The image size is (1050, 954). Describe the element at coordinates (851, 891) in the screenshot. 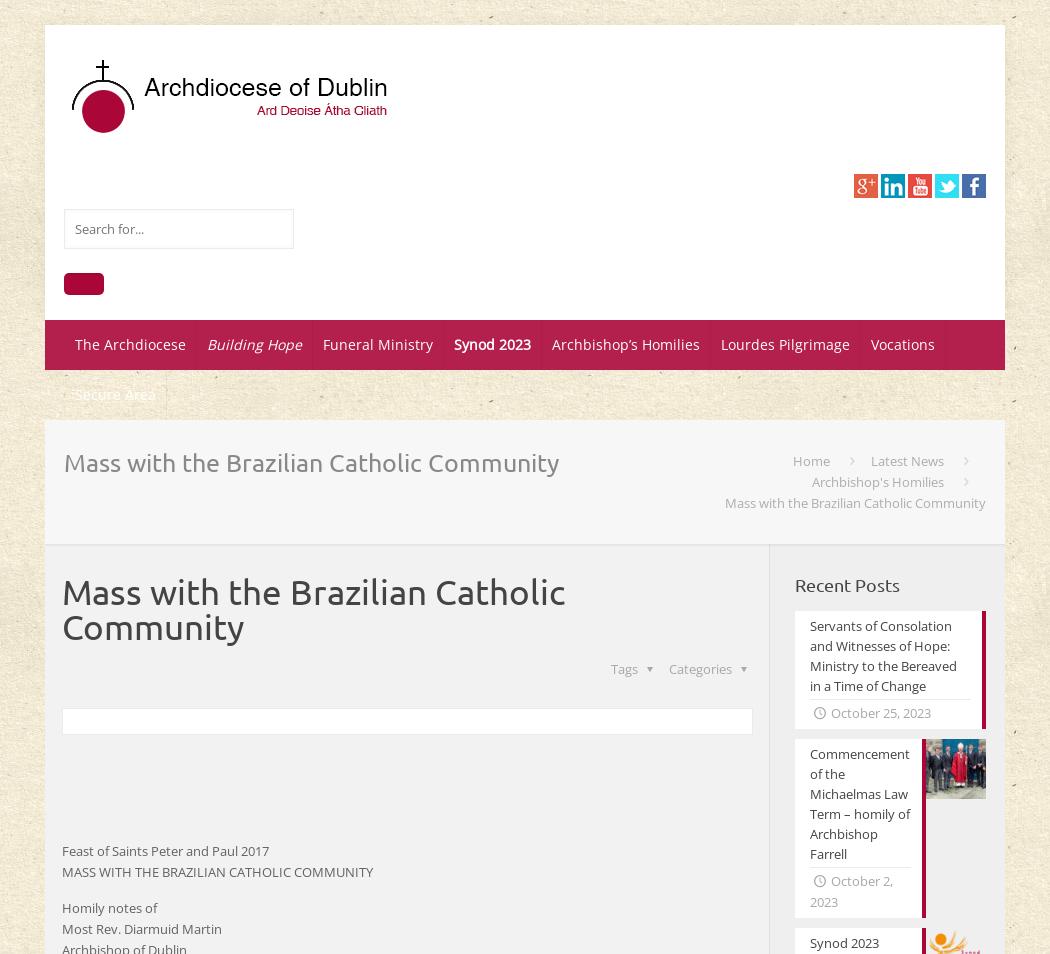

I see `'October 2, 2023'` at that location.